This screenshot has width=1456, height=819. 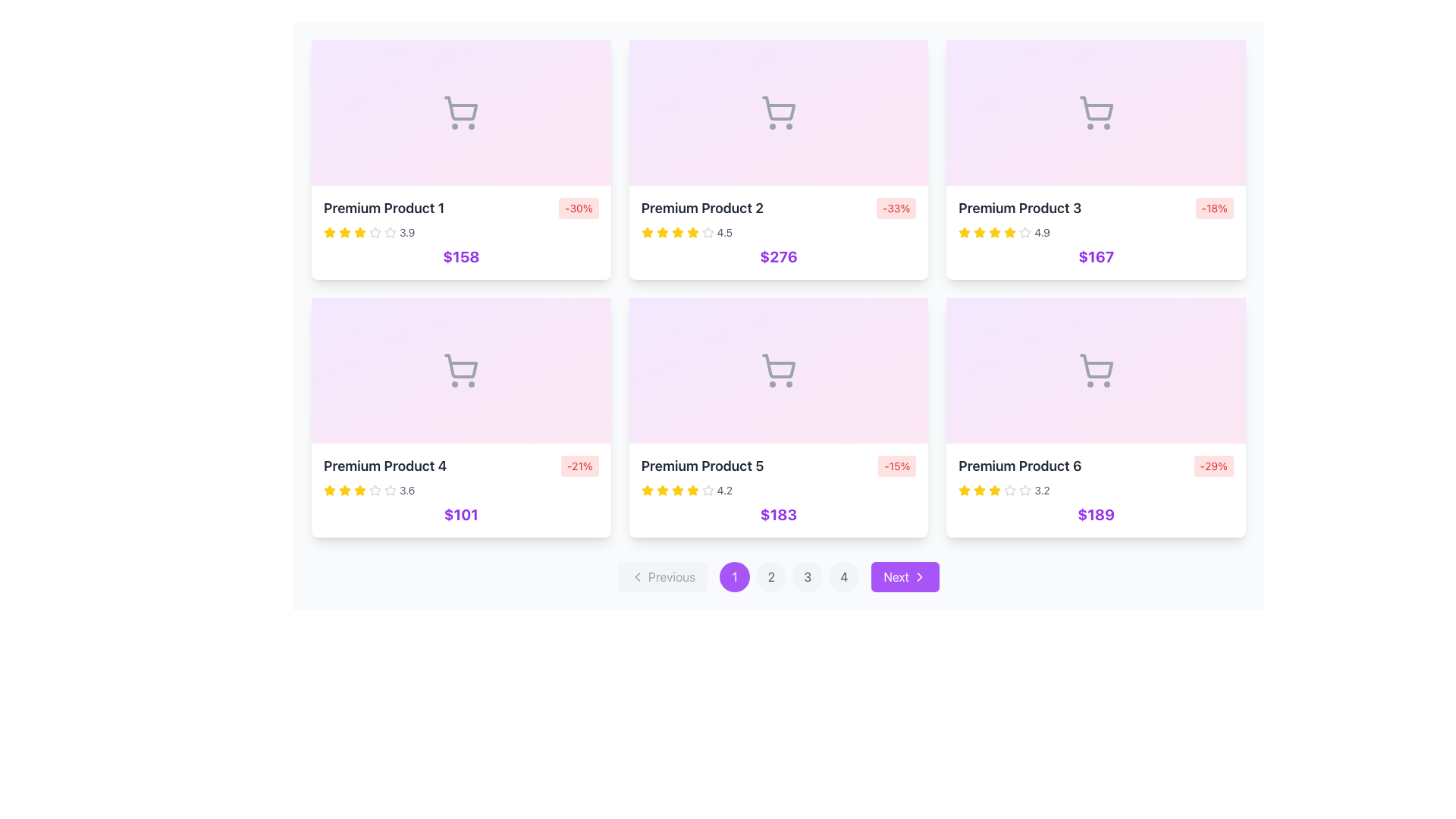 What do you see at coordinates (375, 490) in the screenshot?
I see `the third hollow grey star icon in the rating component beneath the product title 'Premium Product 4'` at bounding box center [375, 490].